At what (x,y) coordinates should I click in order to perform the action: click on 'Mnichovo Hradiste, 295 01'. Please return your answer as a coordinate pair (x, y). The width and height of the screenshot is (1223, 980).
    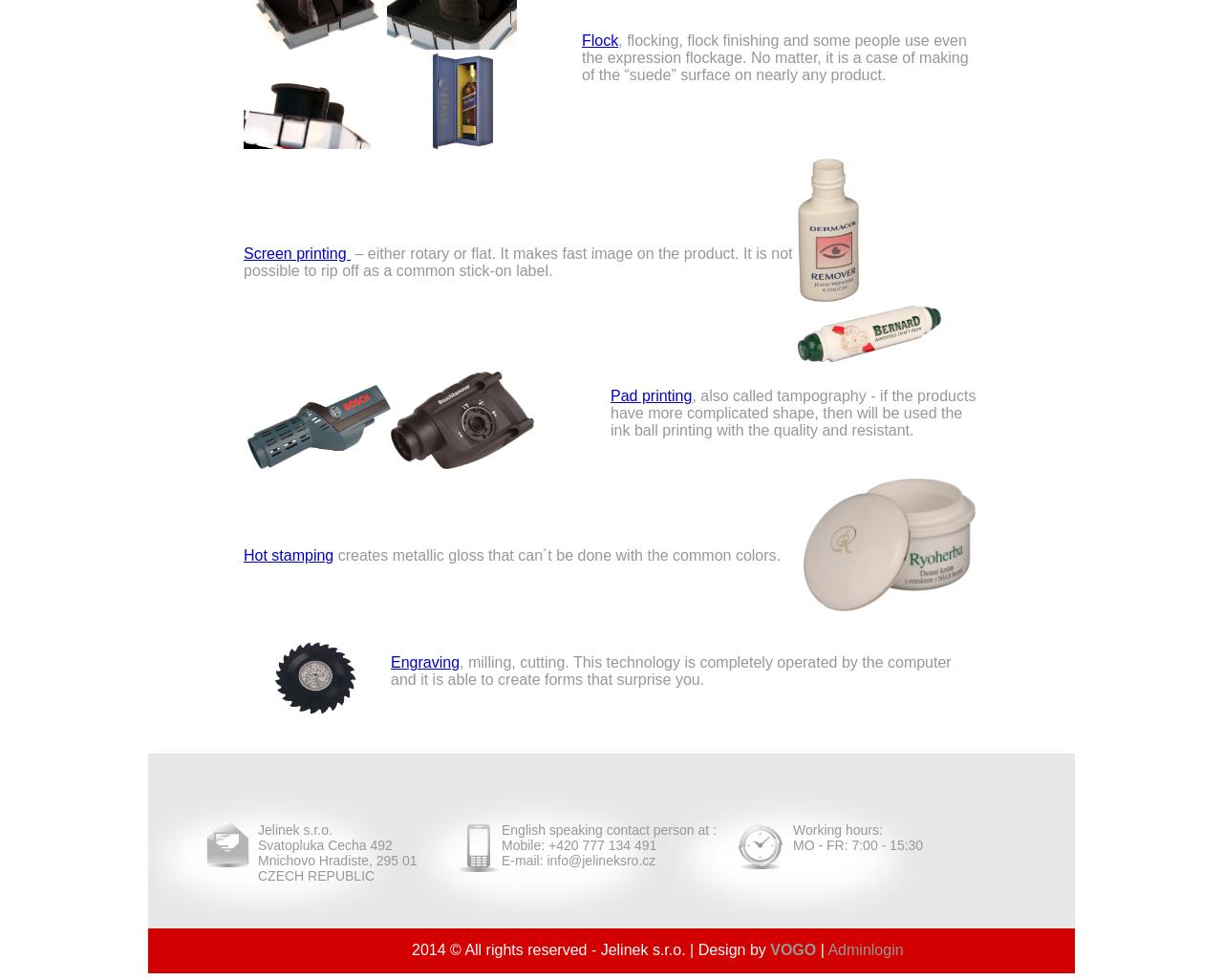
    Looking at the image, I should click on (256, 860).